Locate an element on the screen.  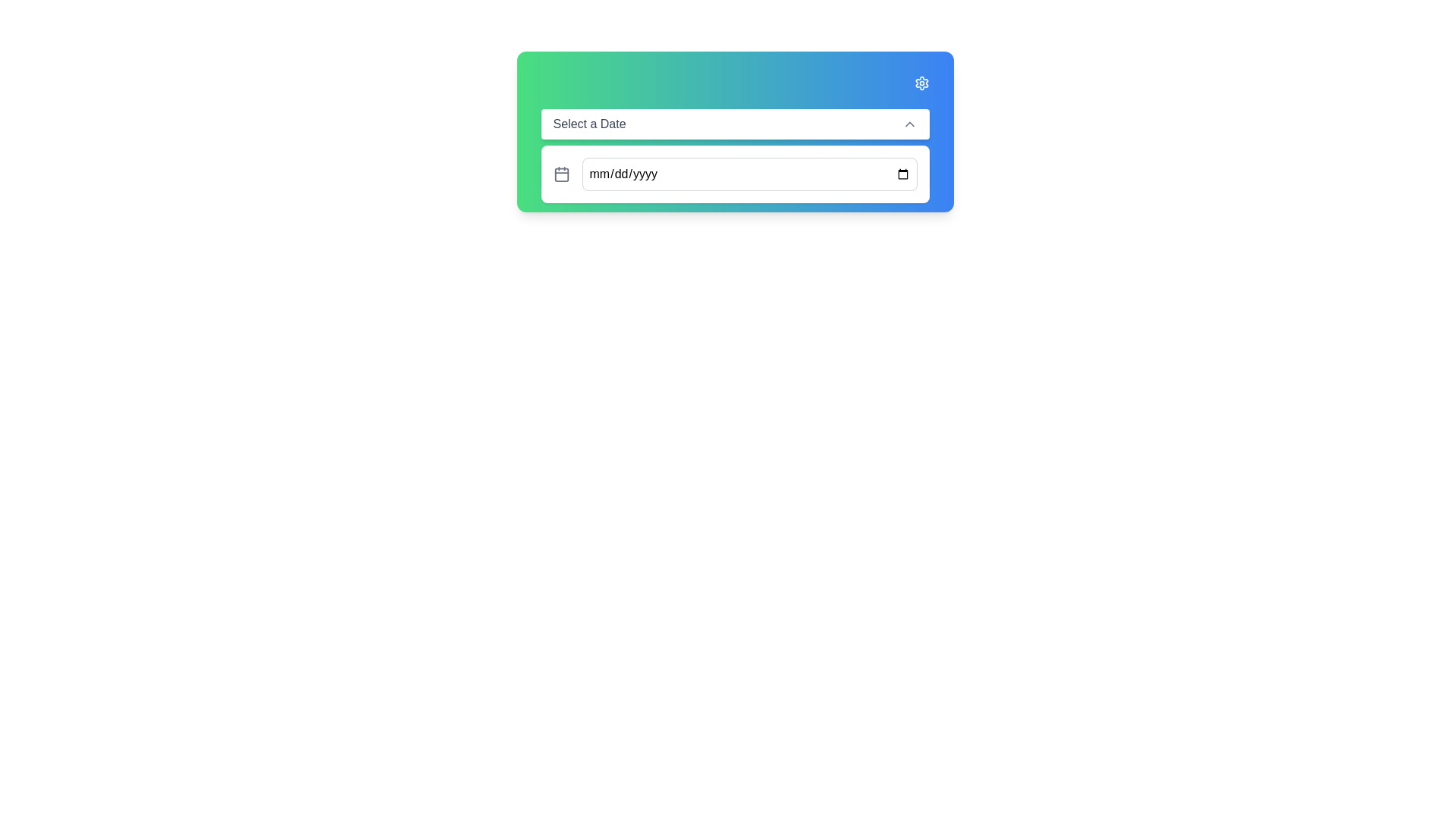
the upwards pointing chevron icon located to the right of the 'Select a Date' label is located at coordinates (909, 124).